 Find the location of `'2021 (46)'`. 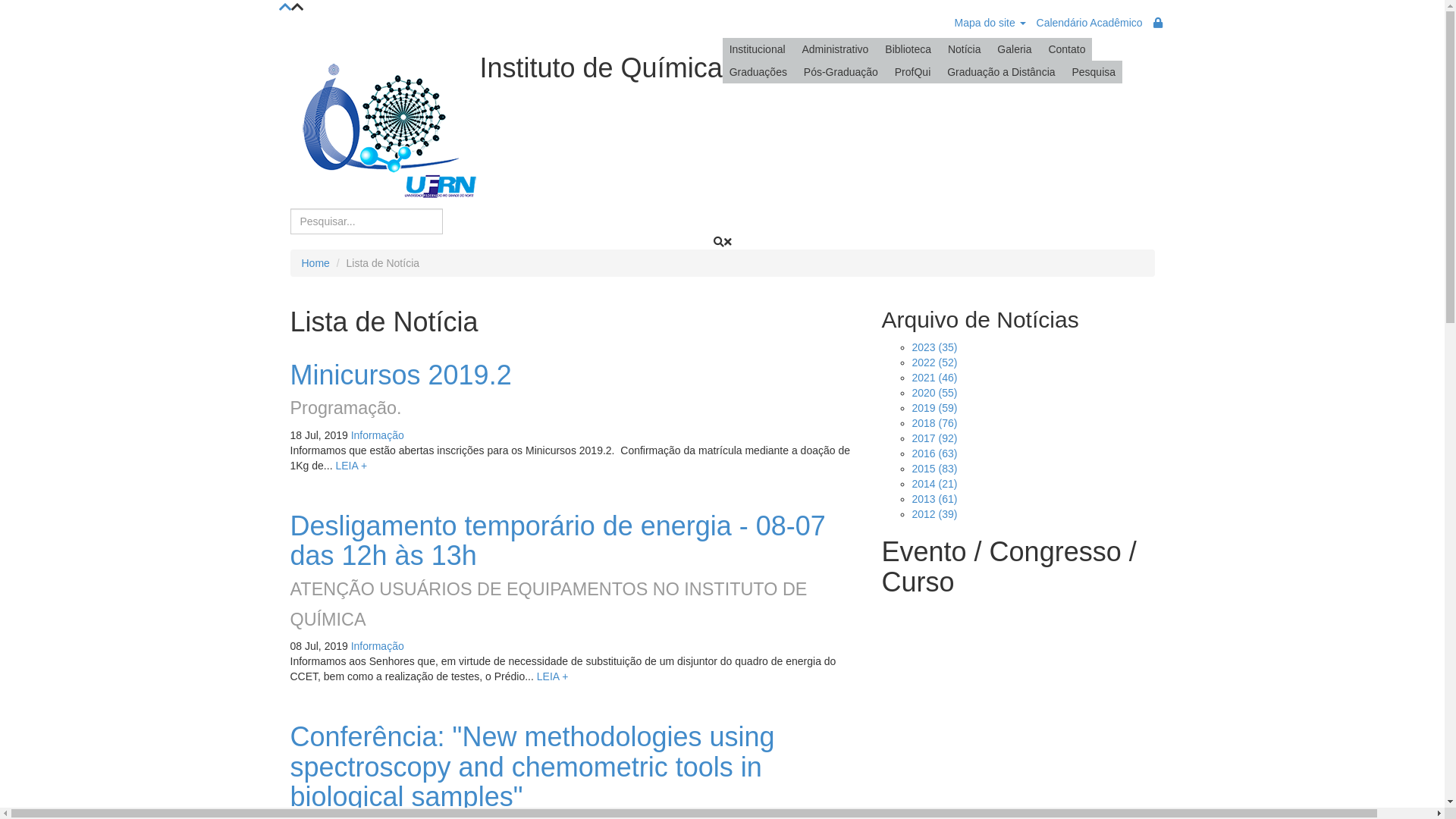

'2021 (46)' is located at coordinates (934, 376).